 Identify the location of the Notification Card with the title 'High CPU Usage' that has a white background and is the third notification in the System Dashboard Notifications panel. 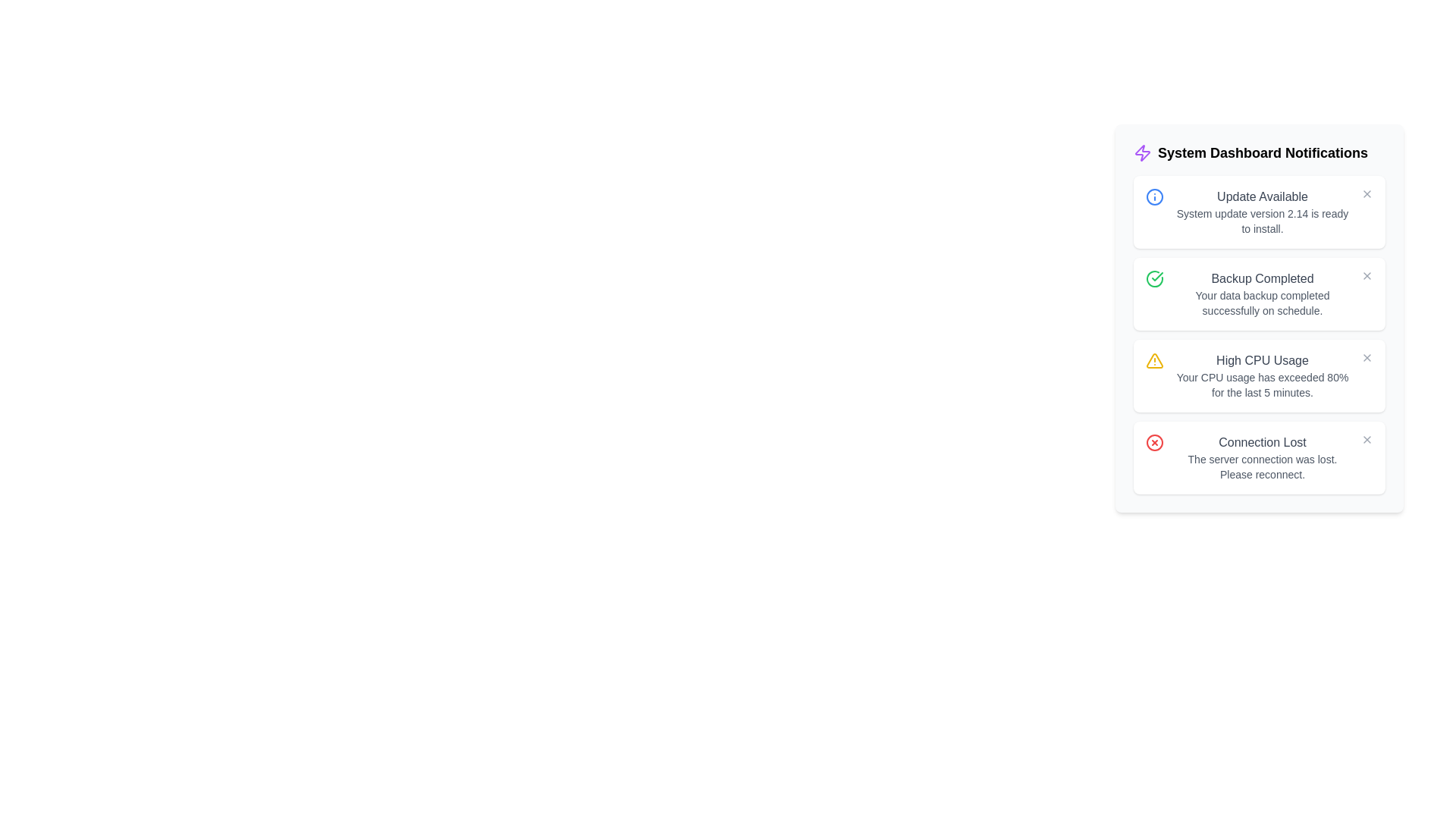
(1259, 375).